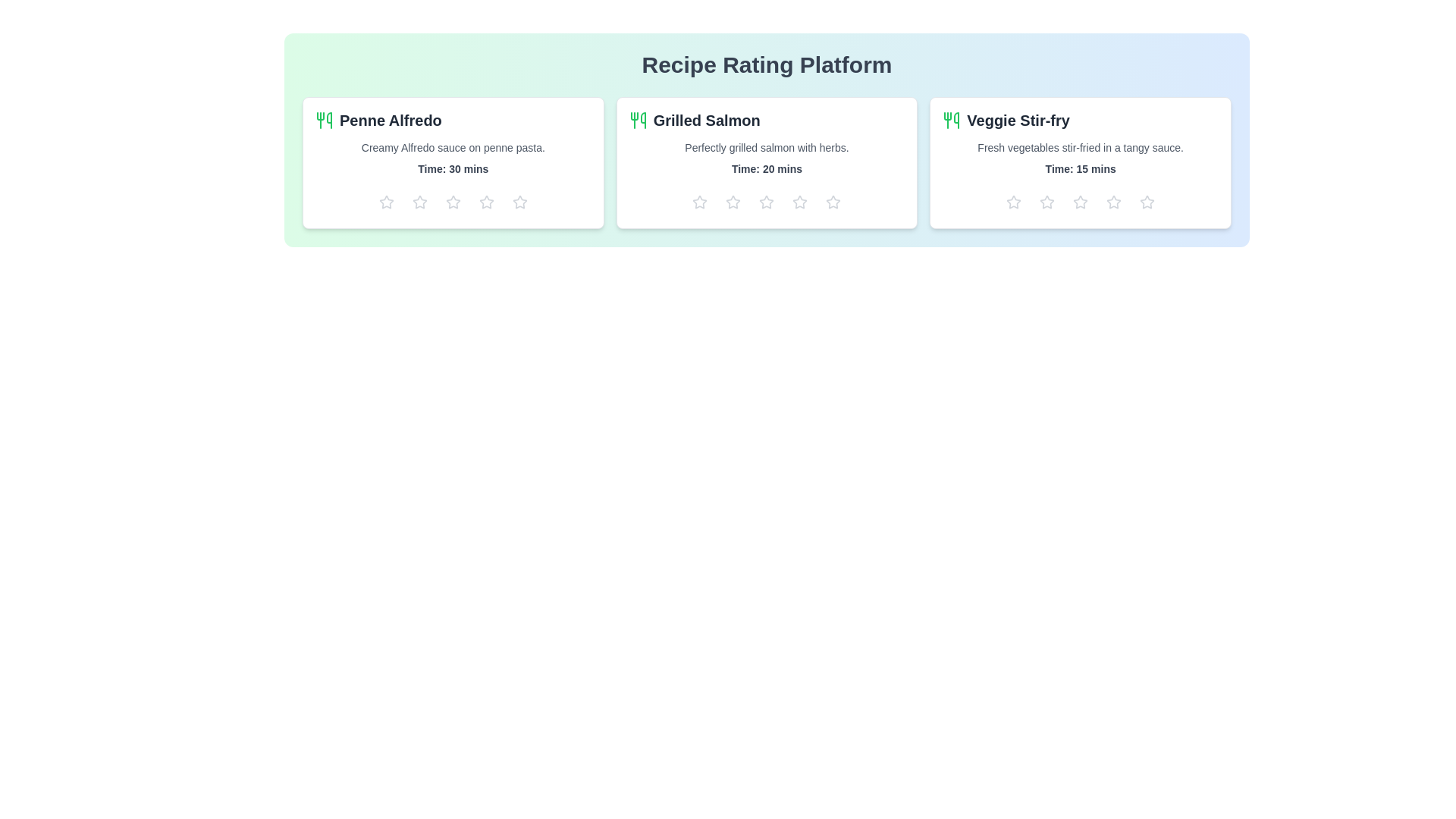 The width and height of the screenshot is (1456, 819). Describe the element at coordinates (419, 201) in the screenshot. I see `the star icon to set the rating to 2 for the recipe Penne Alfredo` at that location.